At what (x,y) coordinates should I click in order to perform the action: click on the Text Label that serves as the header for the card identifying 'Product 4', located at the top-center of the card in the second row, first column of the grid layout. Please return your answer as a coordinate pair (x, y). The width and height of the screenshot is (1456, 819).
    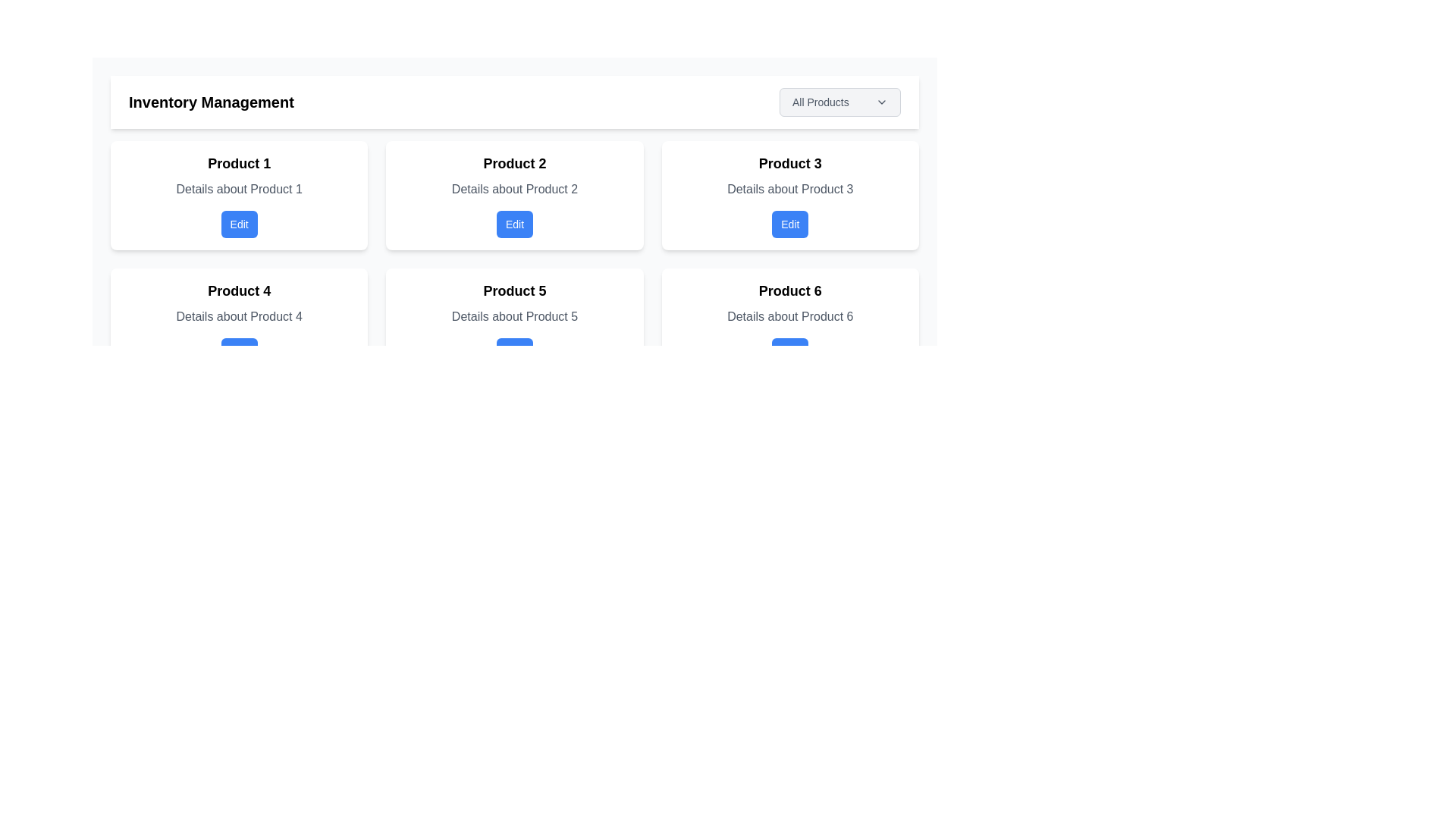
    Looking at the image, I should click on (238, 291).